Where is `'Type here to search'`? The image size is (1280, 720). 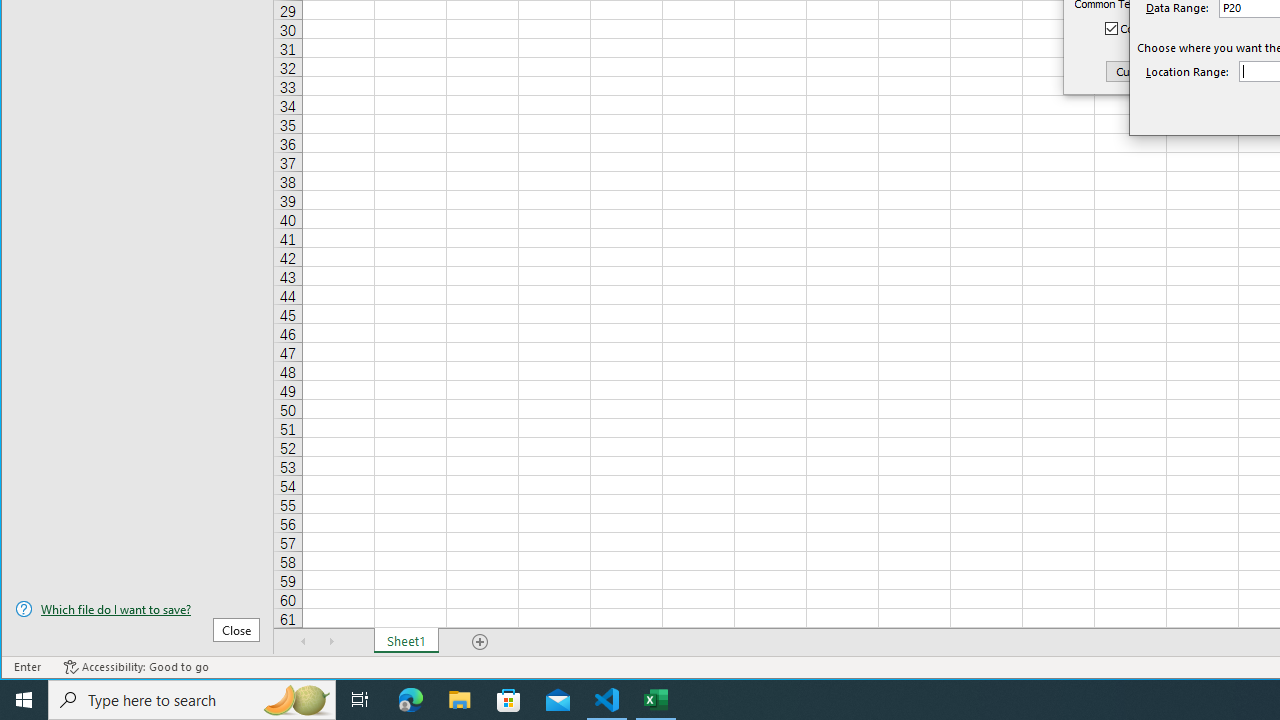
'Type here to search' is located at coordinates (192, 698).